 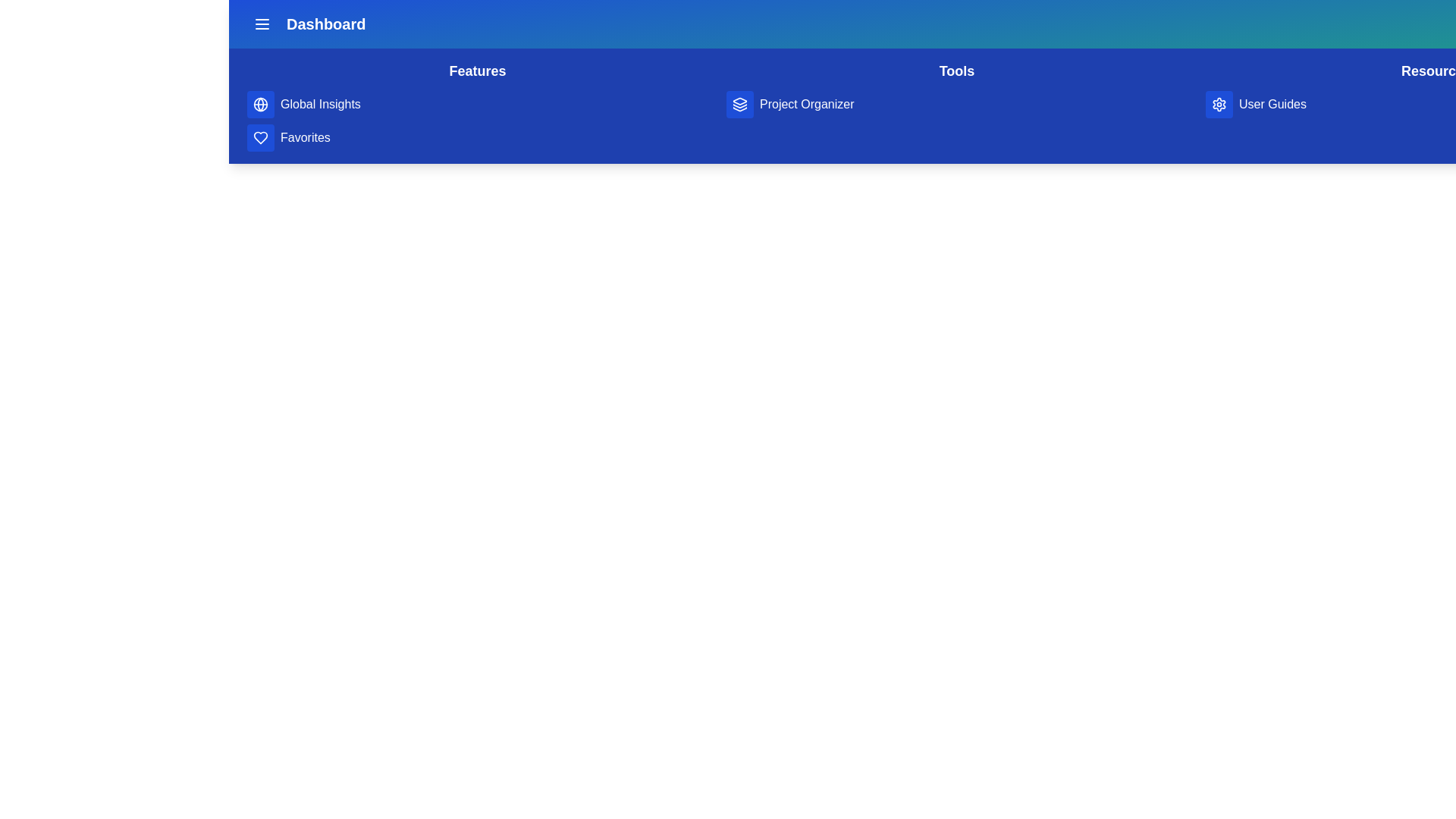 What do you see at coordinates (476, 137) in the screenshot?
I see `the navigation link that allows users` at bounding box center [476, 137].